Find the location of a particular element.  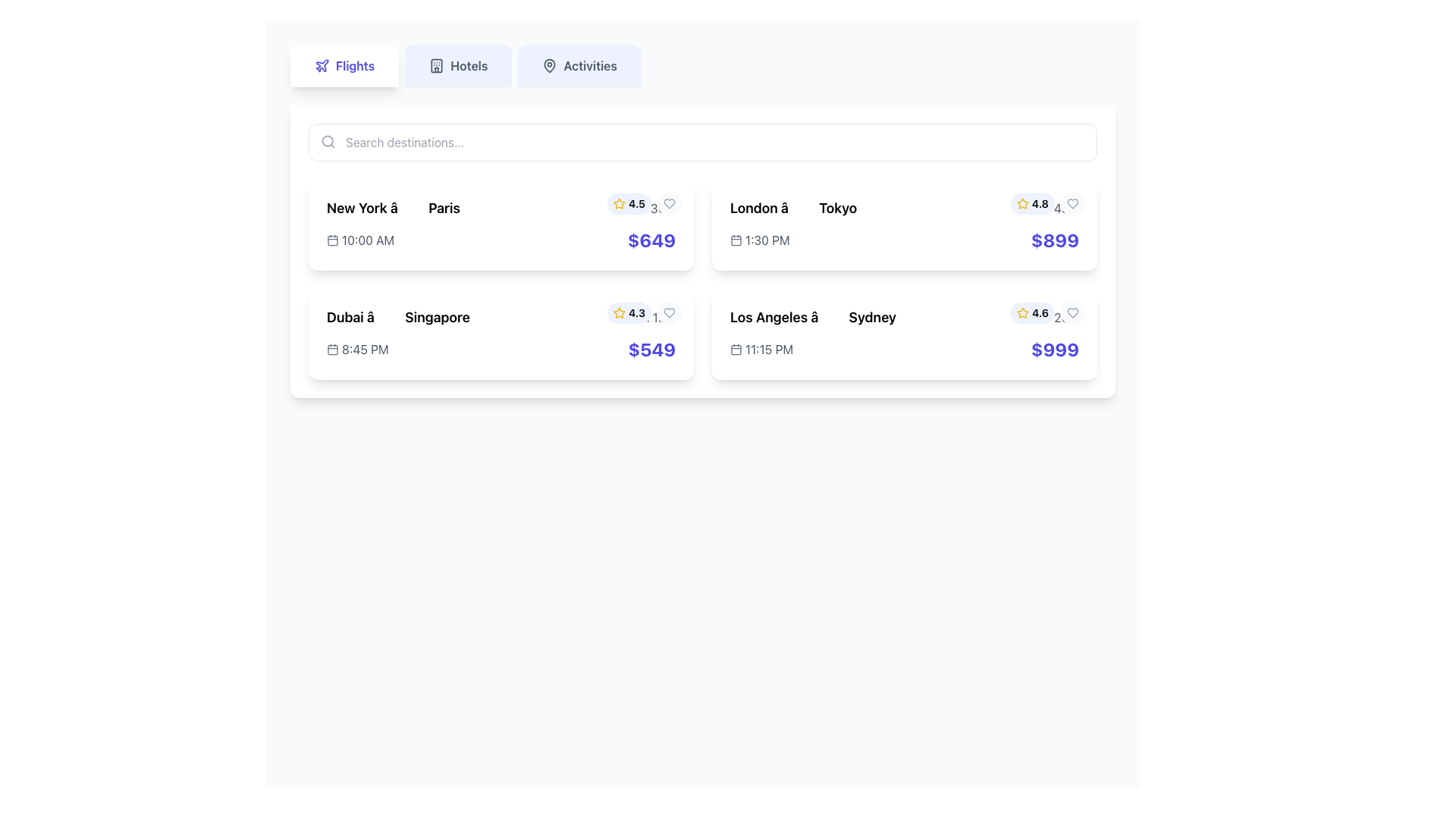

the text label displaying the rating '4.3' in bold font within a light indigo rounded badge, located in the lower-left card under the 'Dubai to Singapore' trip option is located at coordinates (637, 312).